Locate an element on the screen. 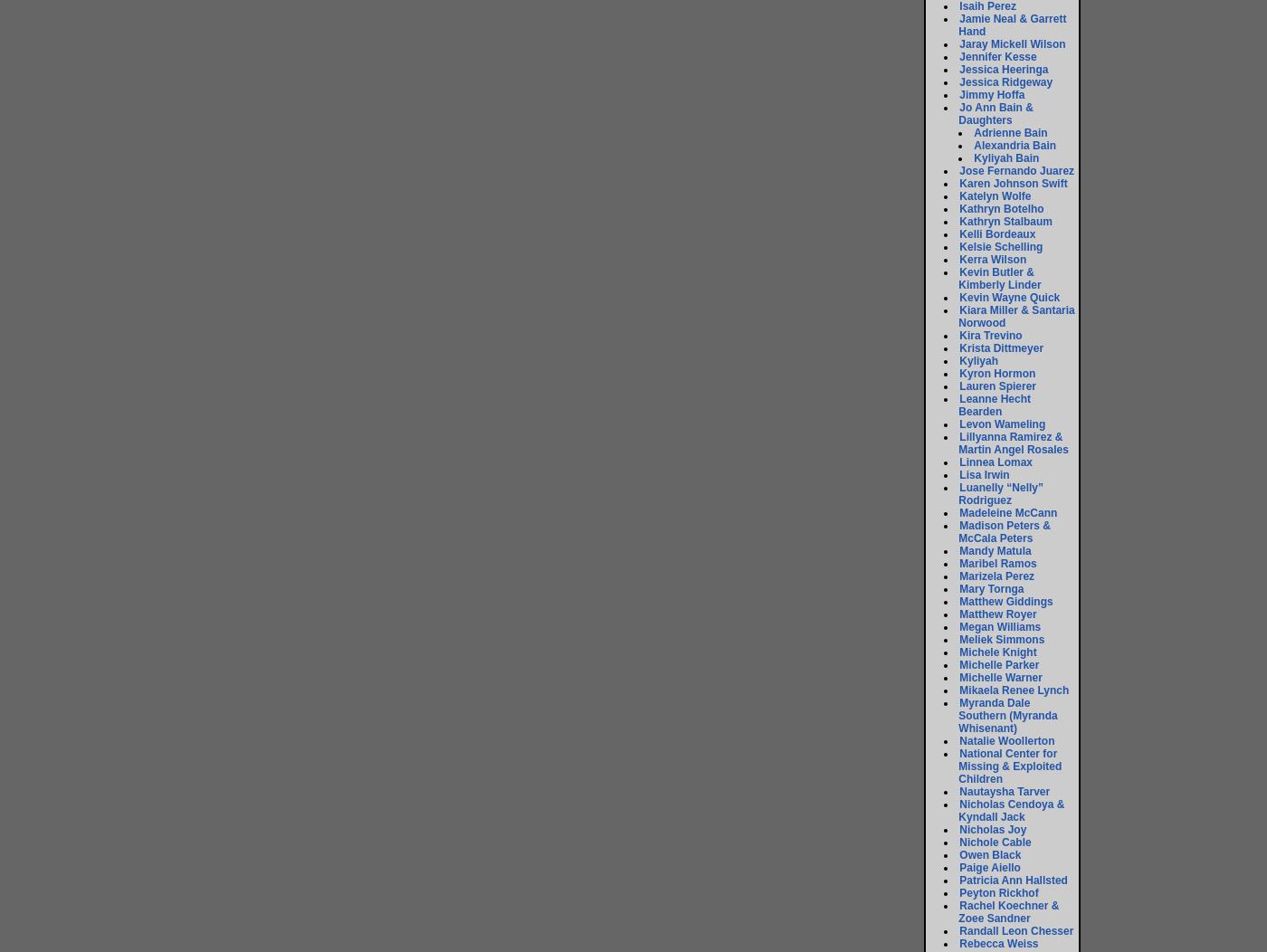 The image size is (1267, 952). 'Lillyanna Ramirez & Martin Angel Rosales' is located at coordinates (957, 443).